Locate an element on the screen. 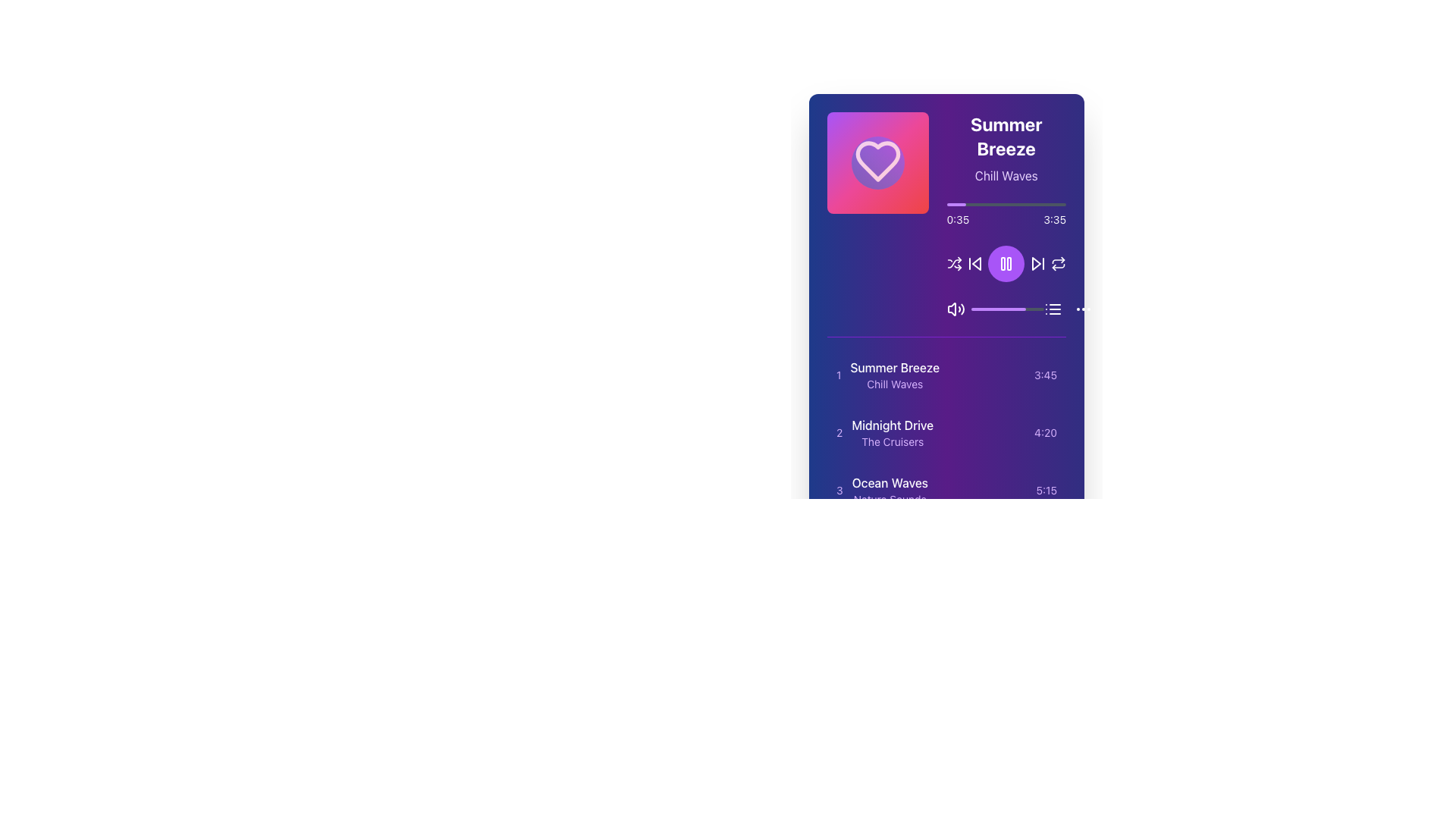  the left-facing audio volume indicator symbol located in the volume adjustment panel, which is part of the playback controls area just below the main play and shuffle buttons is located at coordinates (950, 309).